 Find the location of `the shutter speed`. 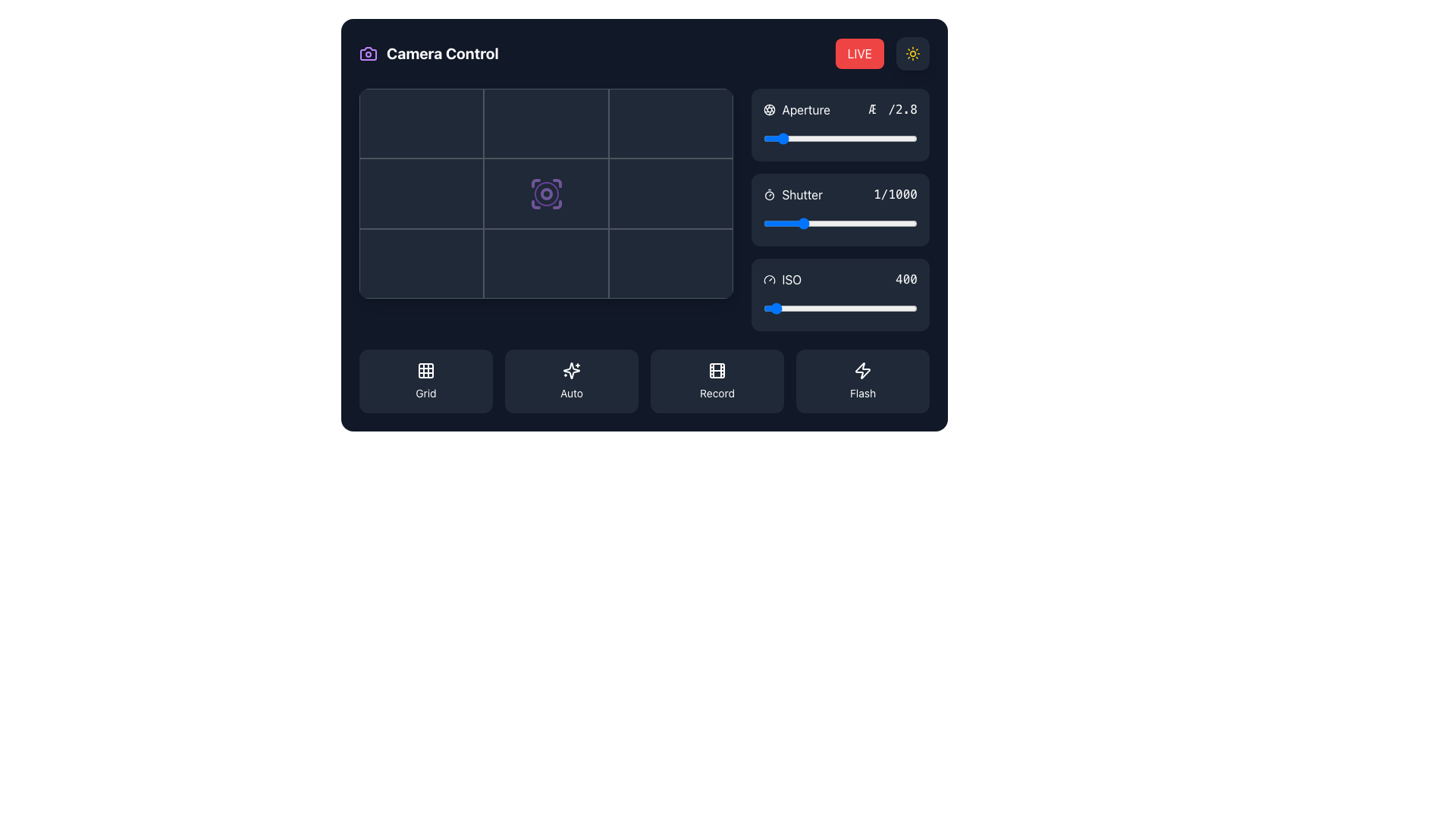

the shutter speed is located at coordinates (792, 223).